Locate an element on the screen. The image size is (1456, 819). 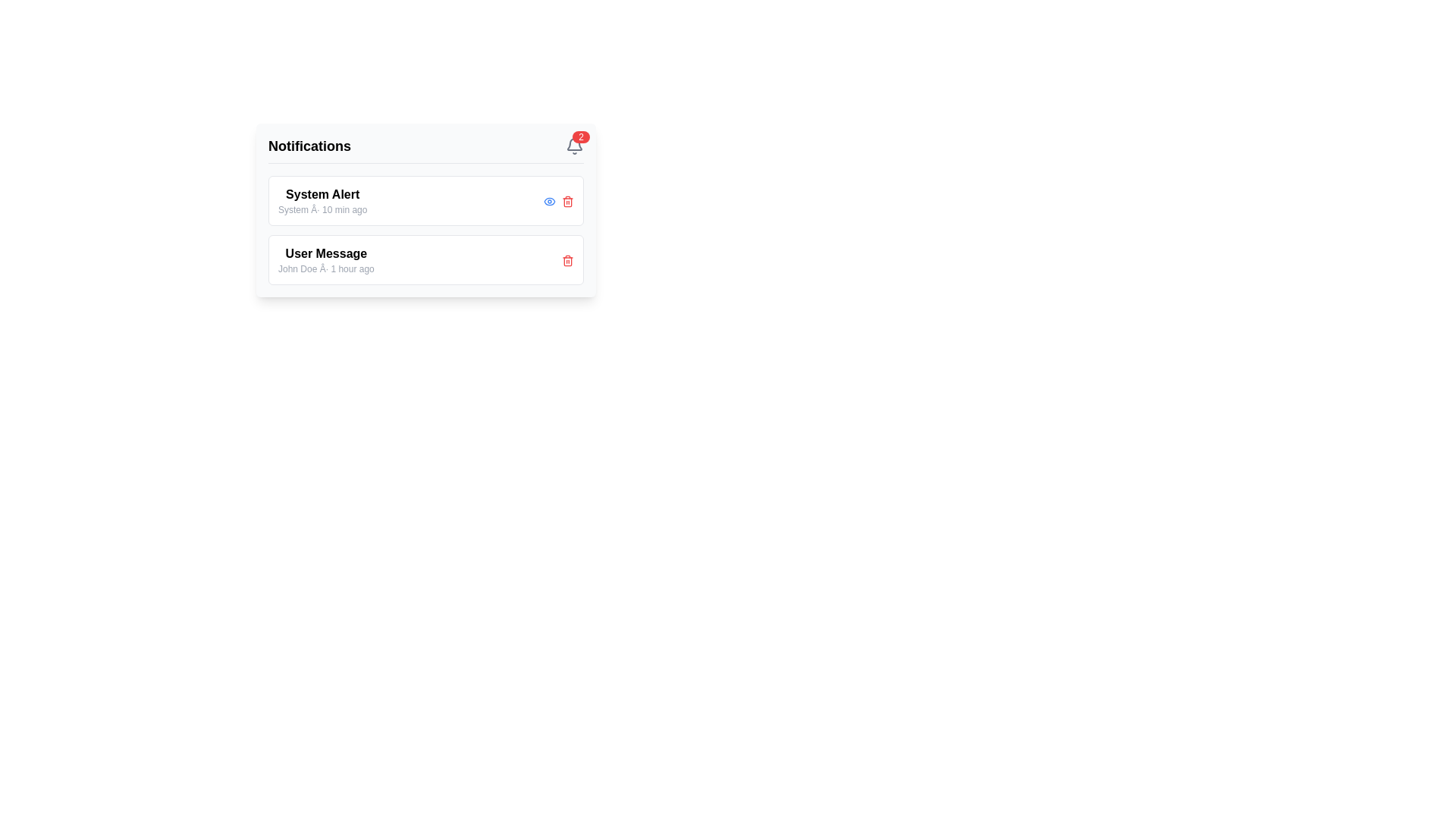
the red trash icon button located in the right section of the 'User Message' card is located at coordinates (566, 259).